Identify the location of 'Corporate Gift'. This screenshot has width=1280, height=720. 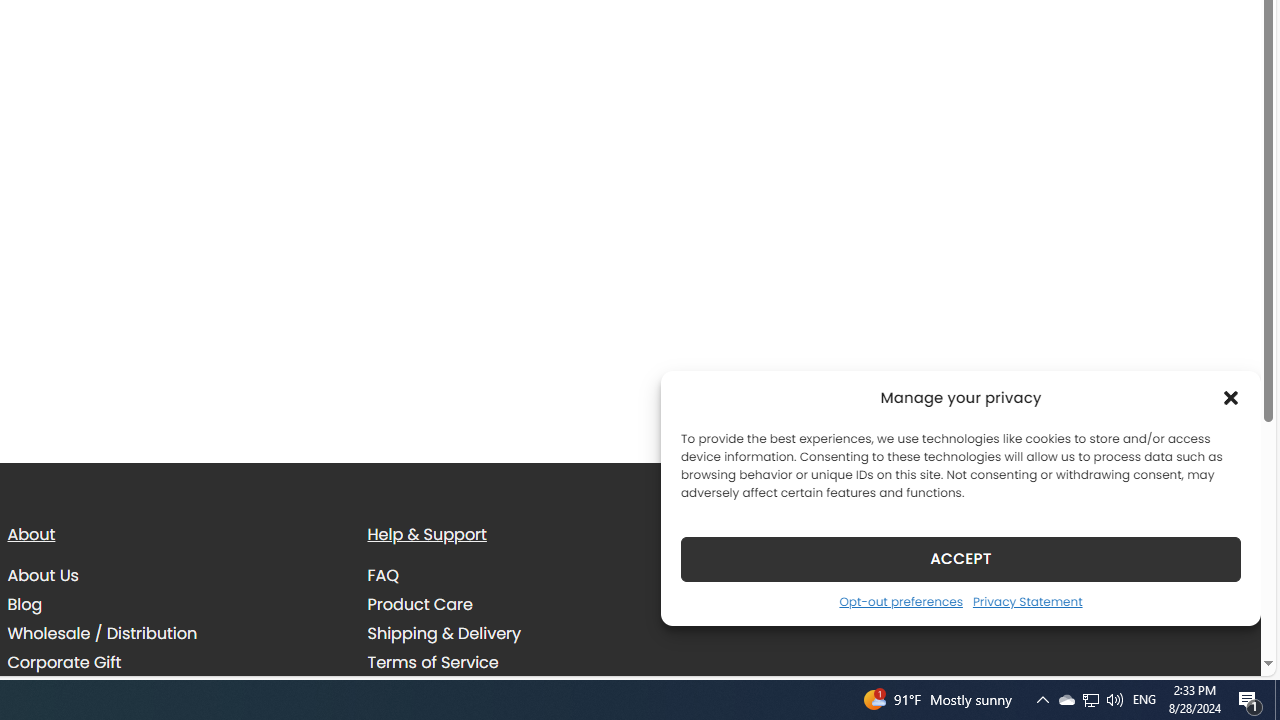
(172, 662).